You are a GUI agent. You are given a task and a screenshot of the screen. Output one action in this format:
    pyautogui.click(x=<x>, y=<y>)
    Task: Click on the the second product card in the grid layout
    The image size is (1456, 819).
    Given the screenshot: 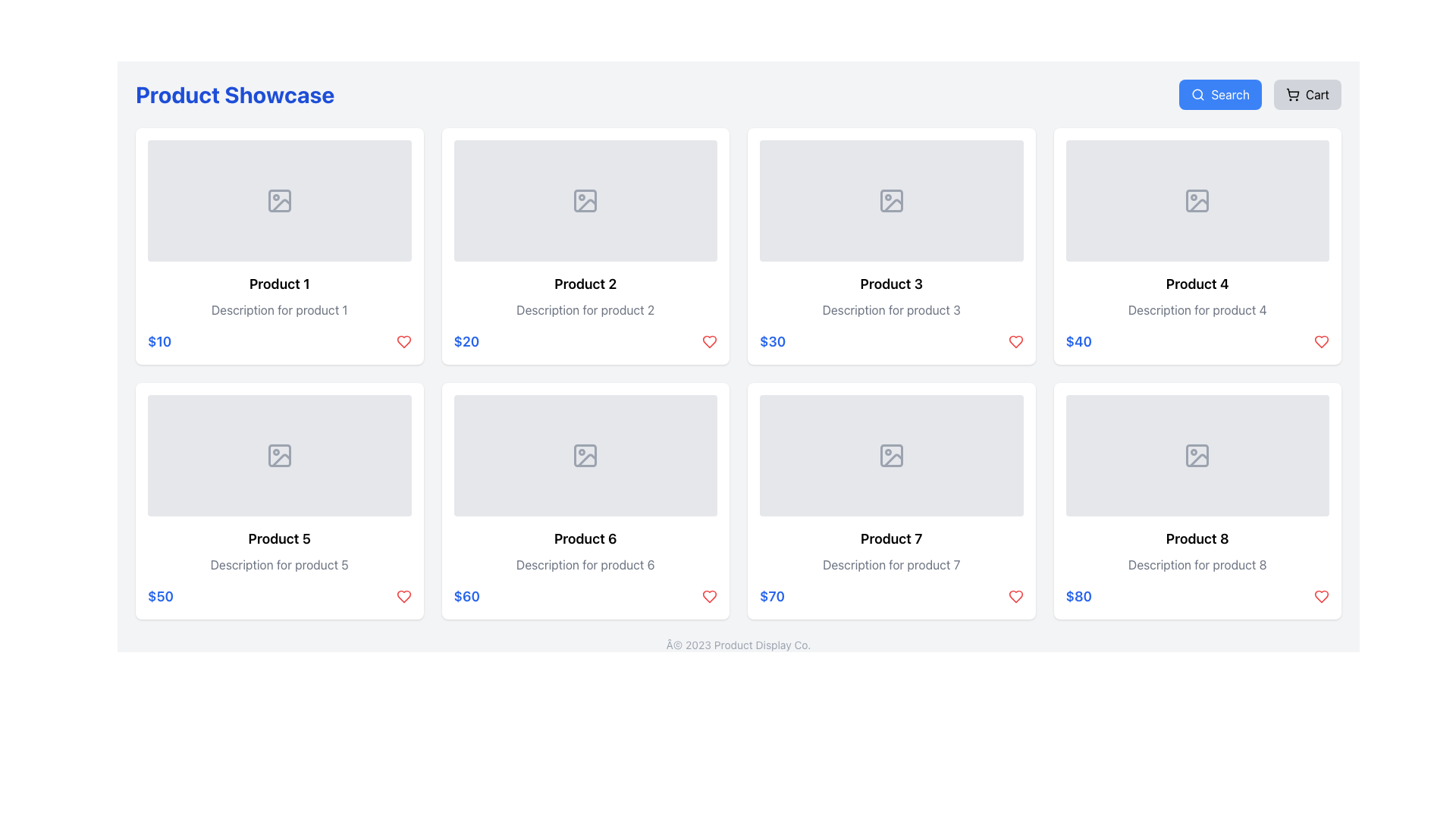 What is the action you would take?
    pyautogui.click(x=585, y=245)
    